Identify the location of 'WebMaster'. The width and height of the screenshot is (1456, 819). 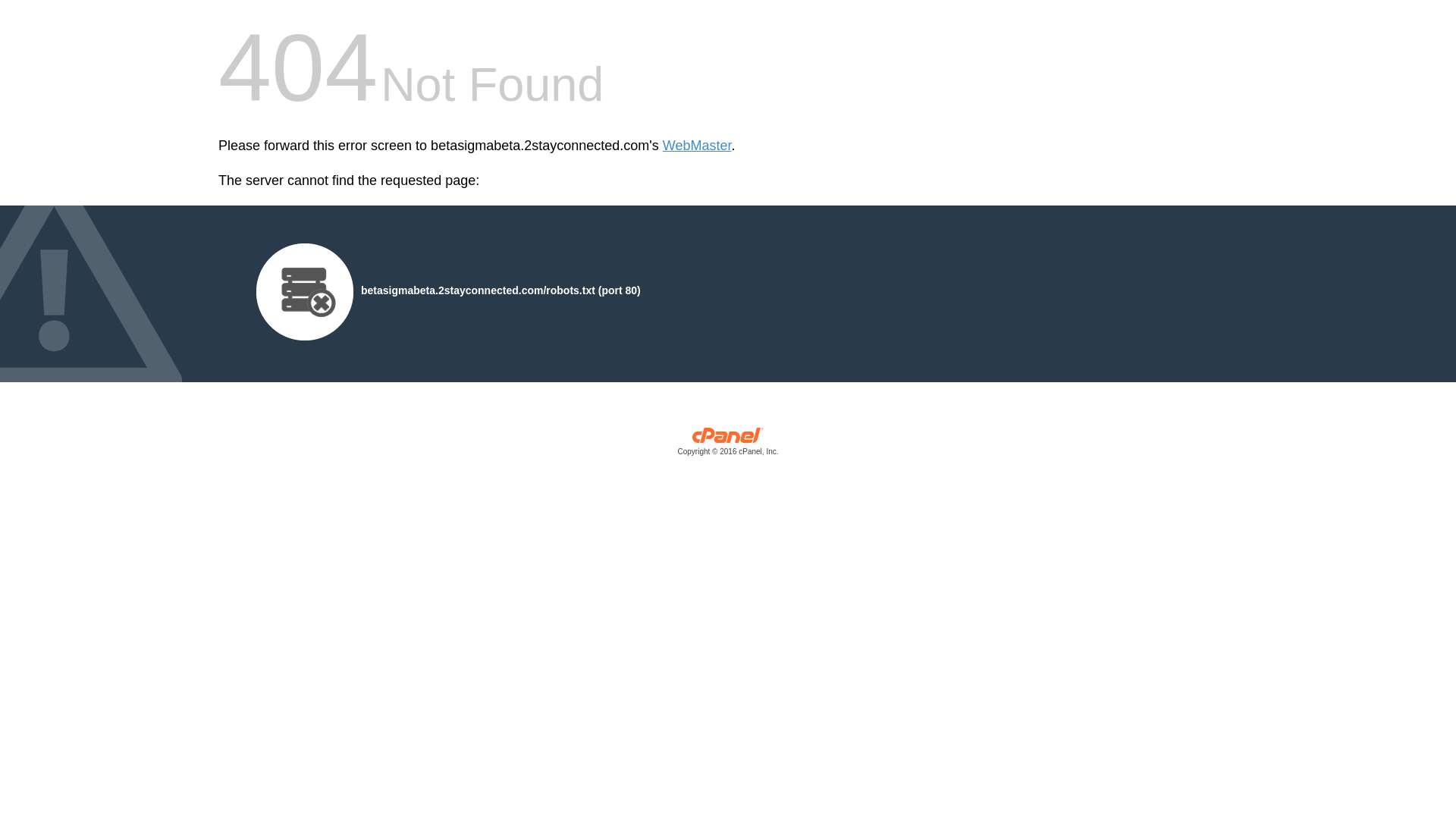
(696, 146).